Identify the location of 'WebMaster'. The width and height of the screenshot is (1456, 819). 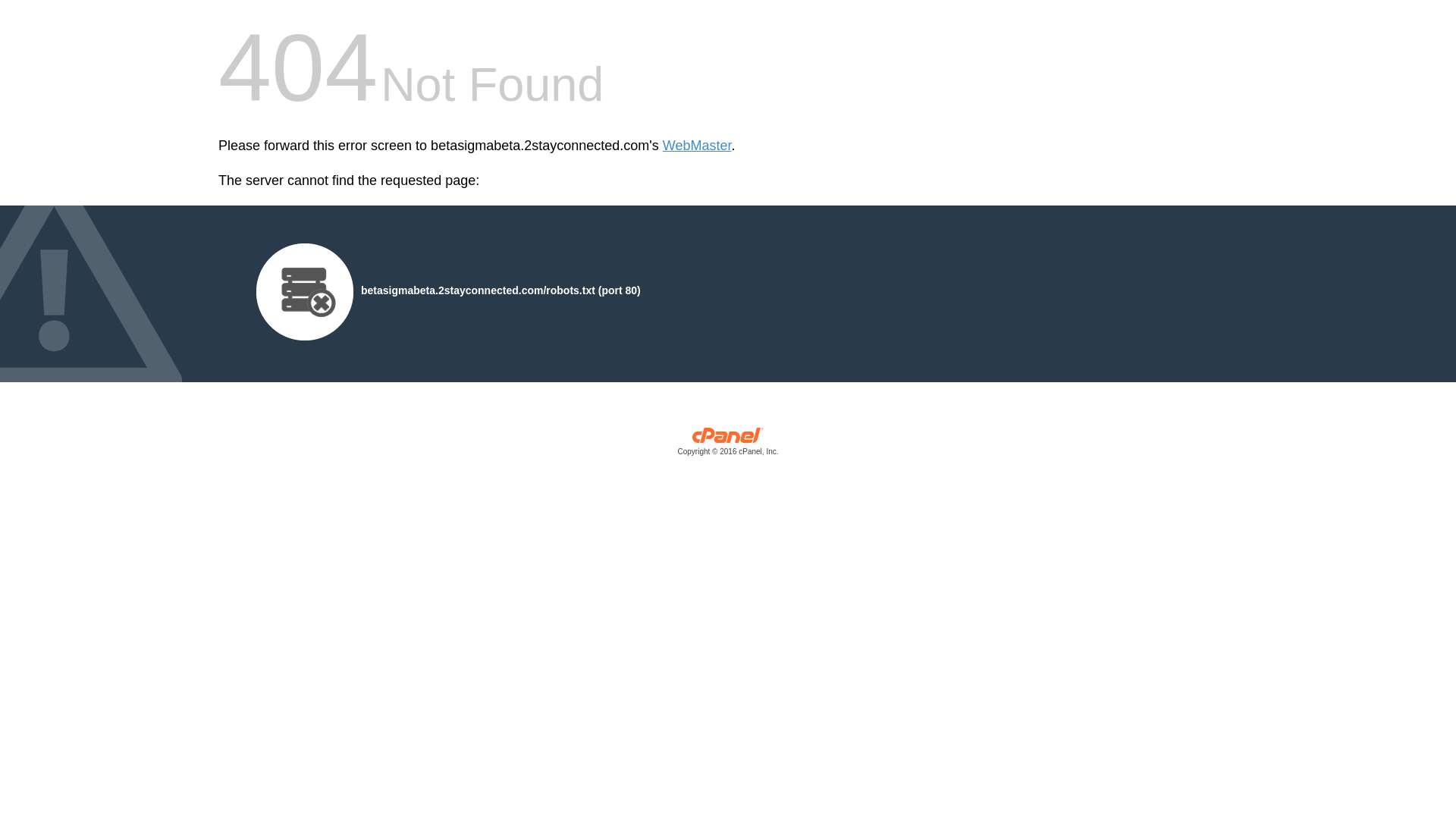
(696, 146).